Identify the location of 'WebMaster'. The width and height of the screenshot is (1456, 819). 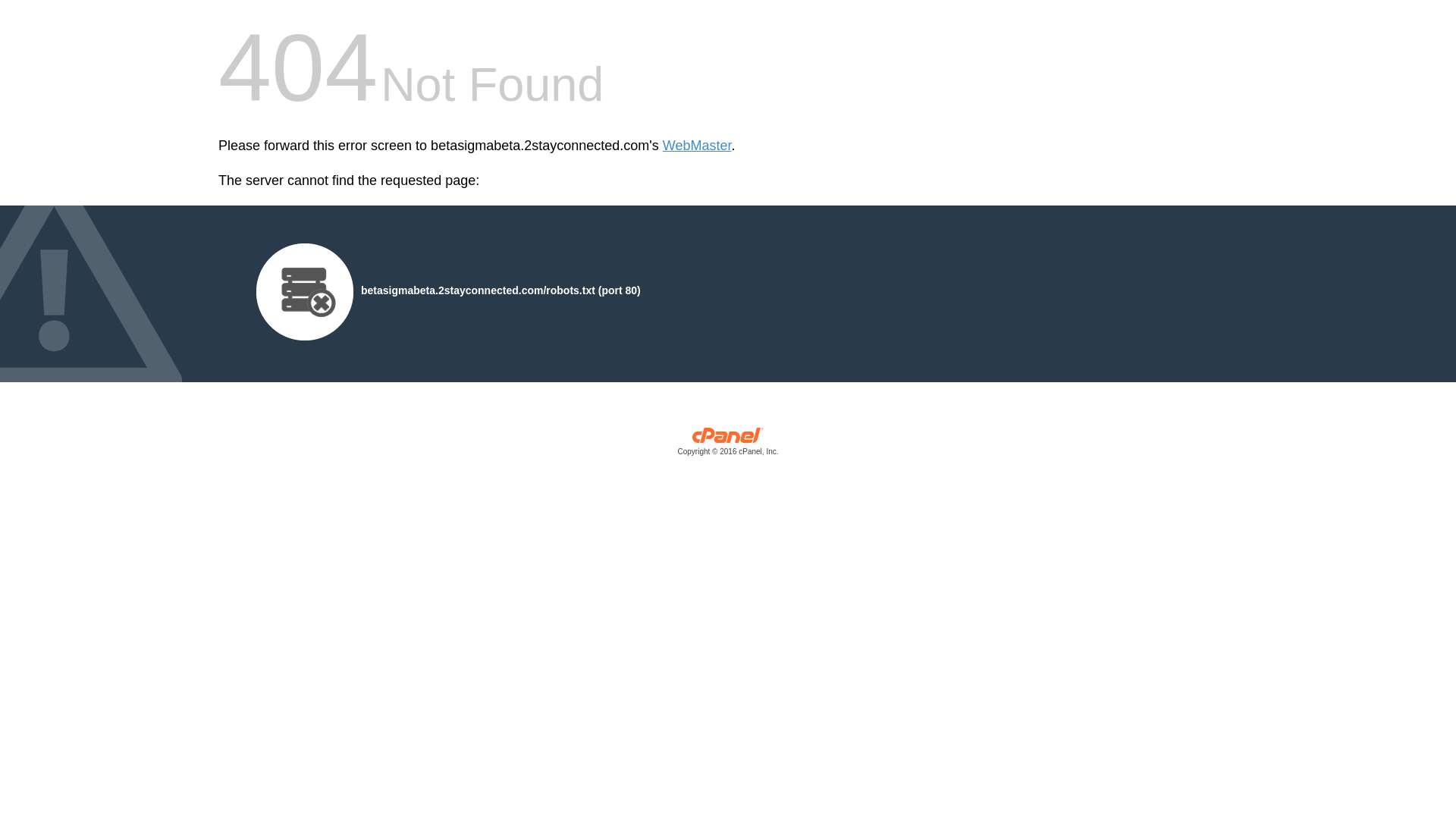
(696, 146).